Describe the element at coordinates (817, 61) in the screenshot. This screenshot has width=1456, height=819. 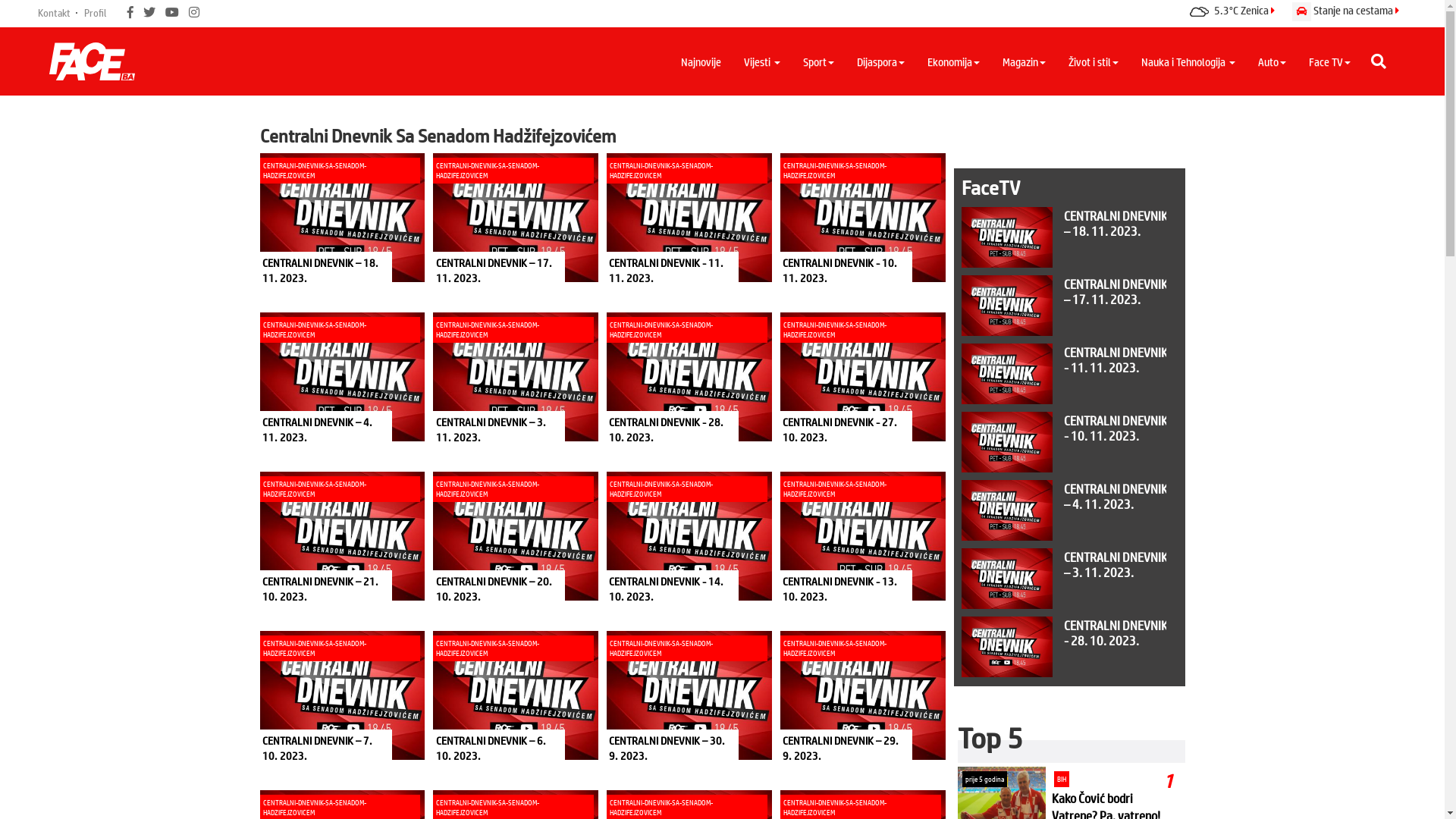
I see `'Sport'` at that location.